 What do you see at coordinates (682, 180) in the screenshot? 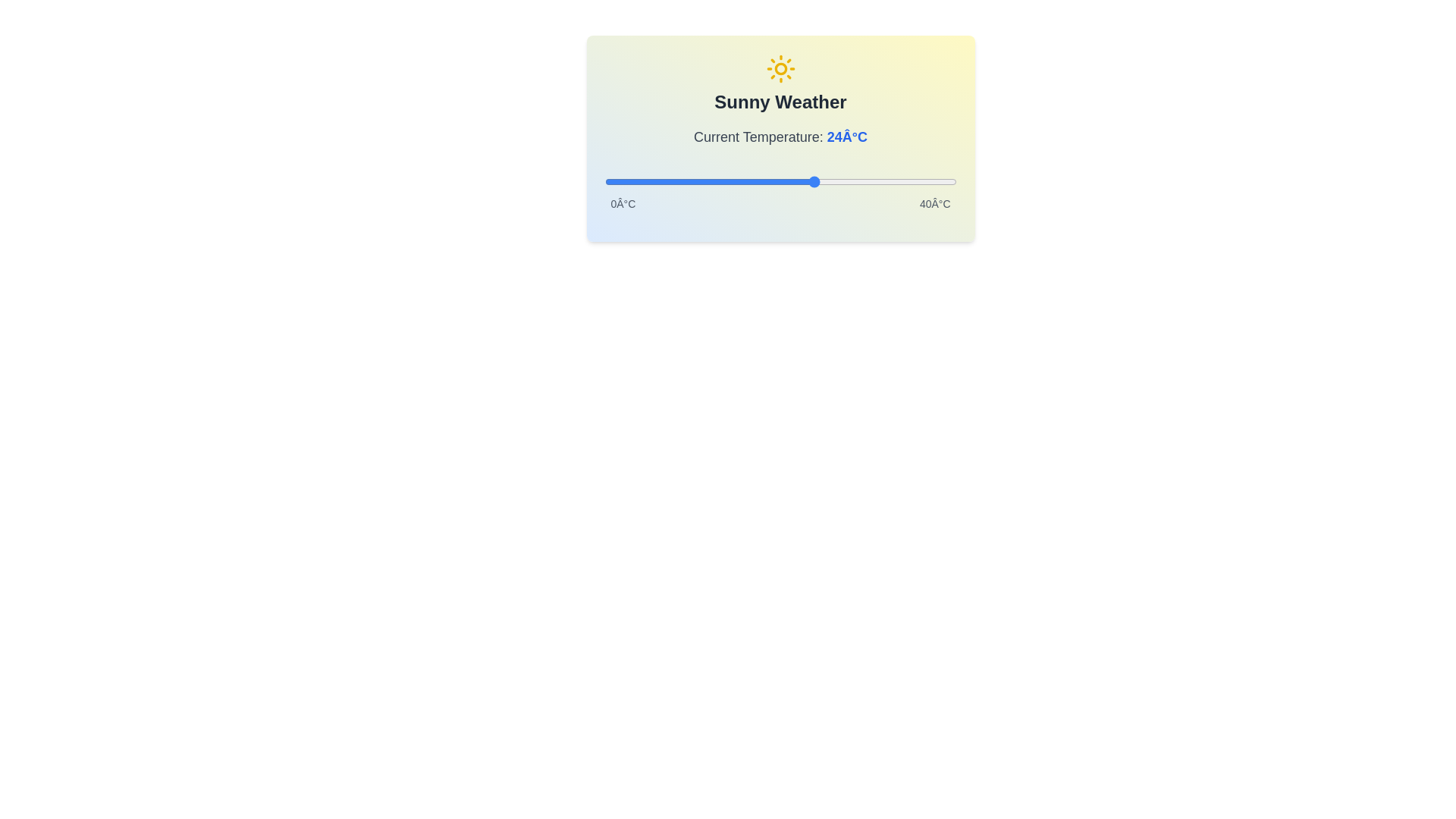
I see `the temperature` at bounding box center [682, 180].